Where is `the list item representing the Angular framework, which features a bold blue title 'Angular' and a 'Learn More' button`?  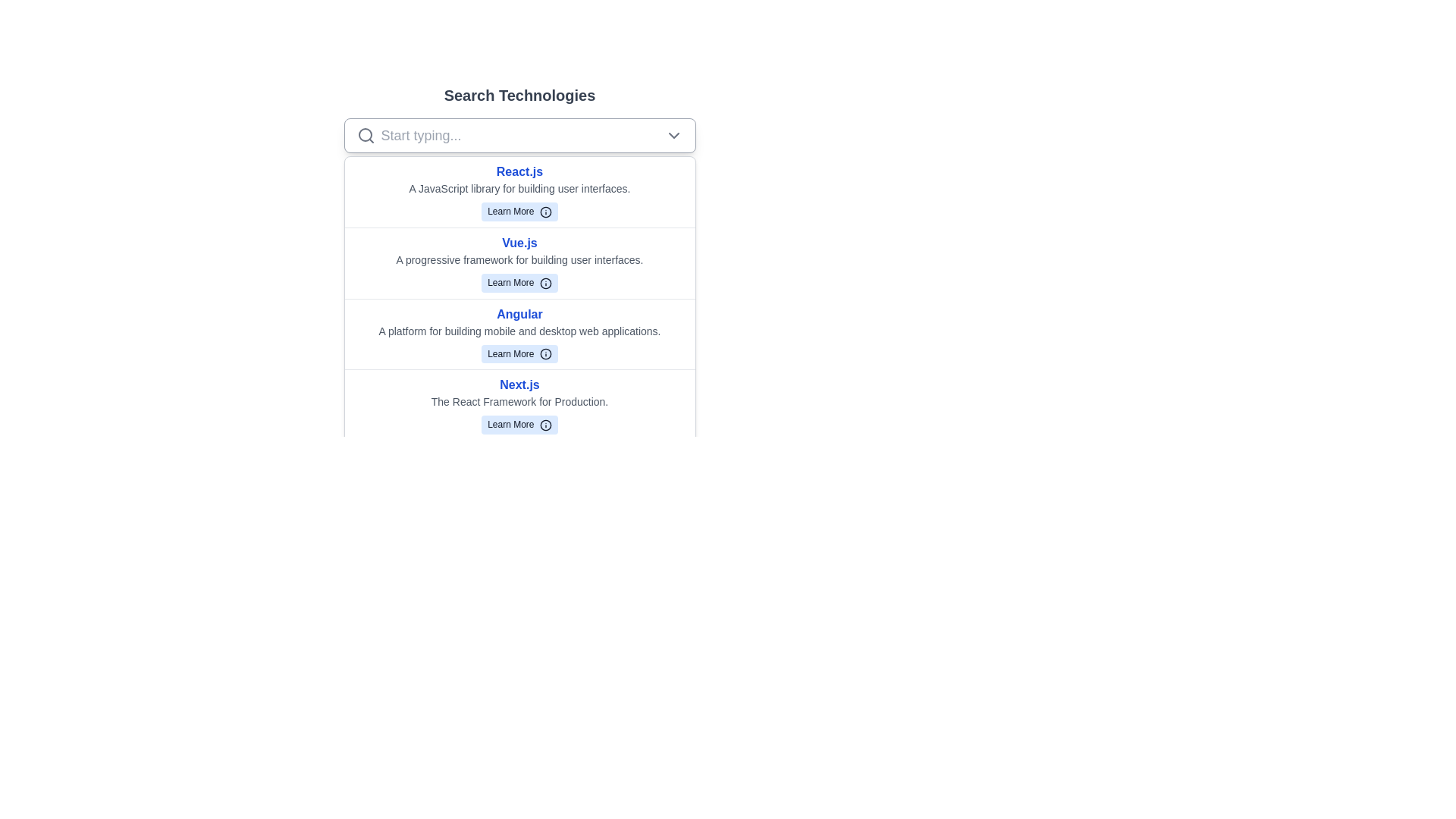
the list item representing the Angular framework, which features a bold blue title 'Angular' and a 'Learn More' button is located at coordinates (519, 334).